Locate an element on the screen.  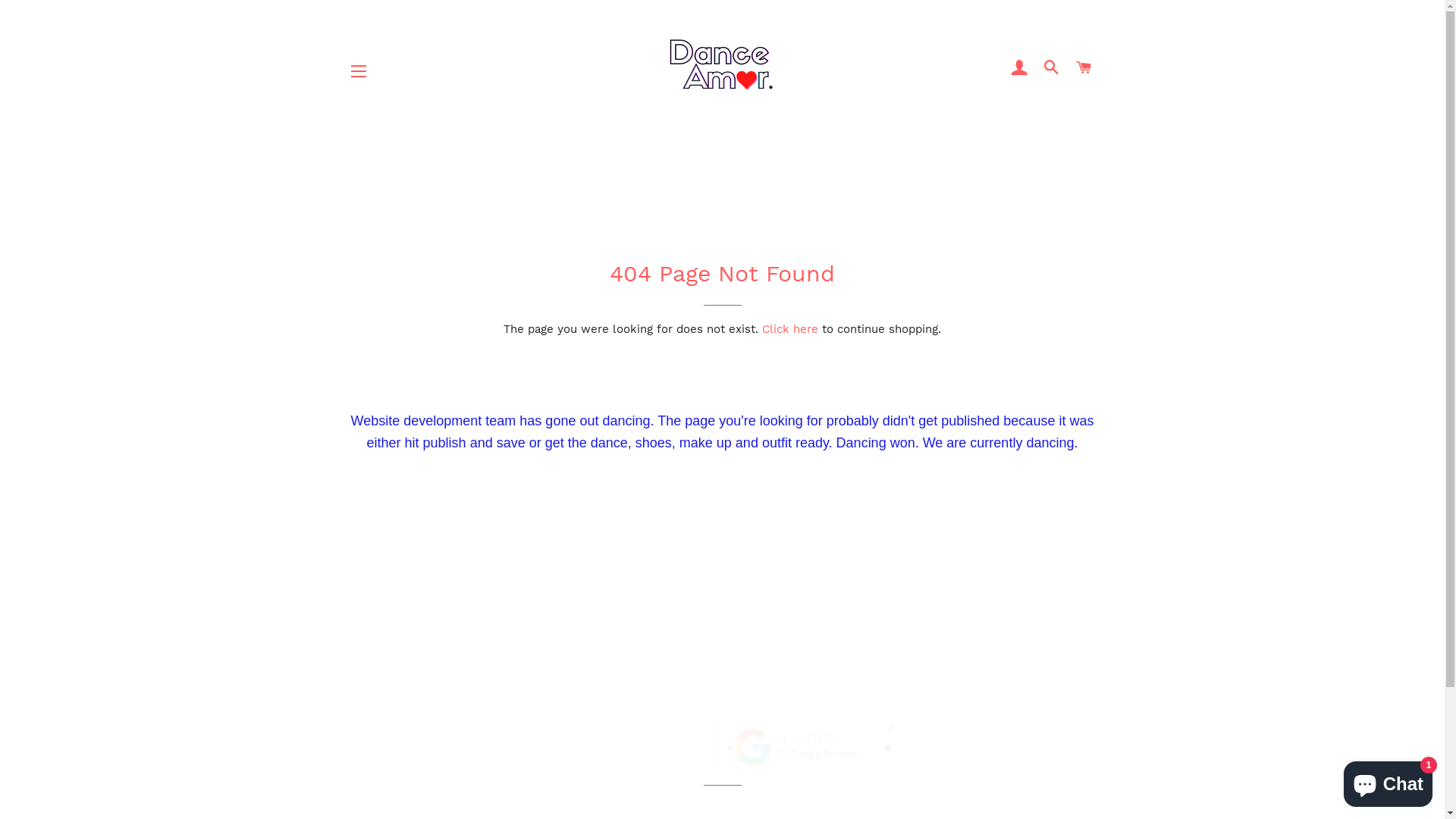
'SITE NAVIGATION' is located at coordinates (358, 71).